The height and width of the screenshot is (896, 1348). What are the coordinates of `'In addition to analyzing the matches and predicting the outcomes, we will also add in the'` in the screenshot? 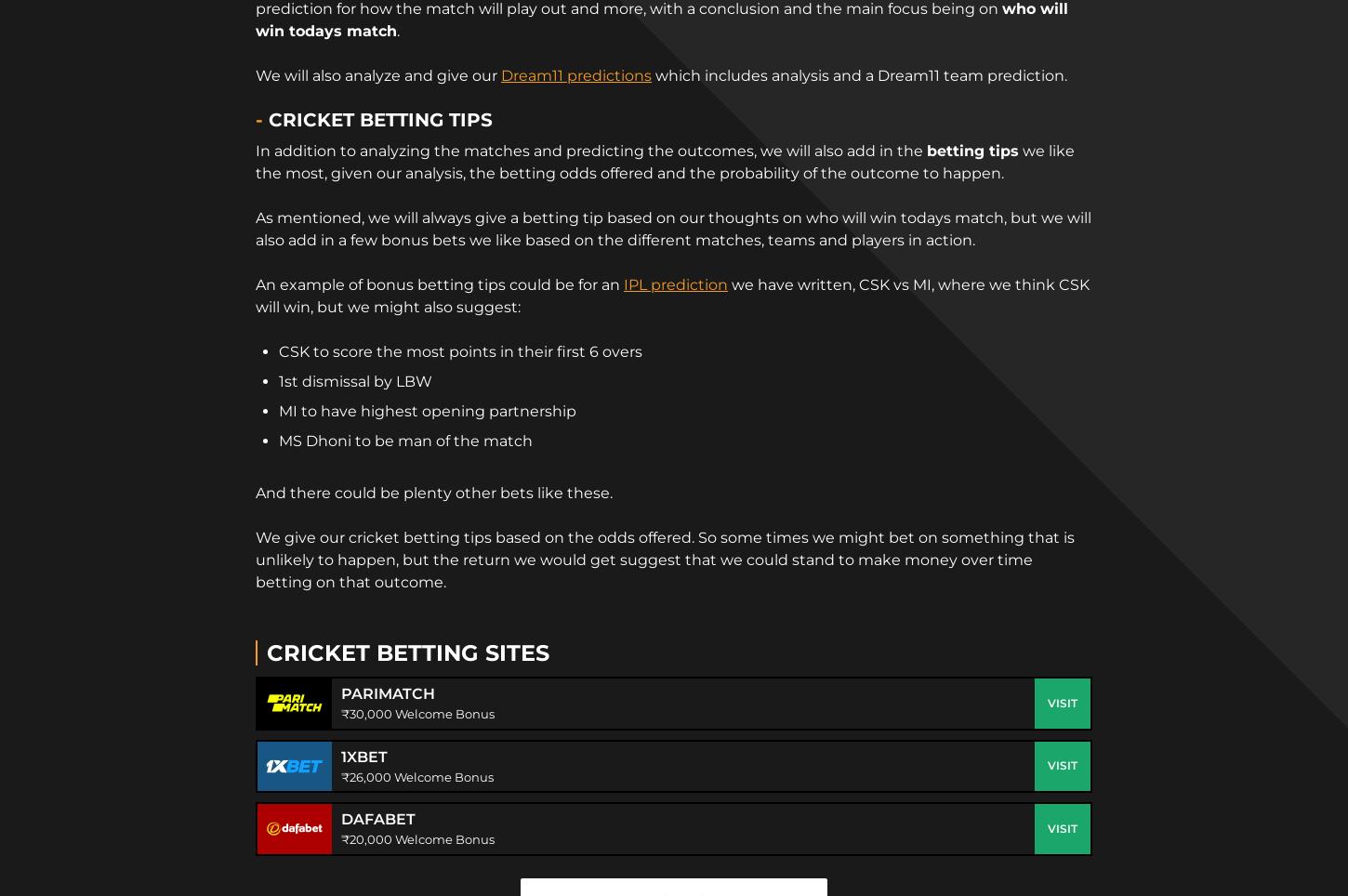 It's located at (589, 149).